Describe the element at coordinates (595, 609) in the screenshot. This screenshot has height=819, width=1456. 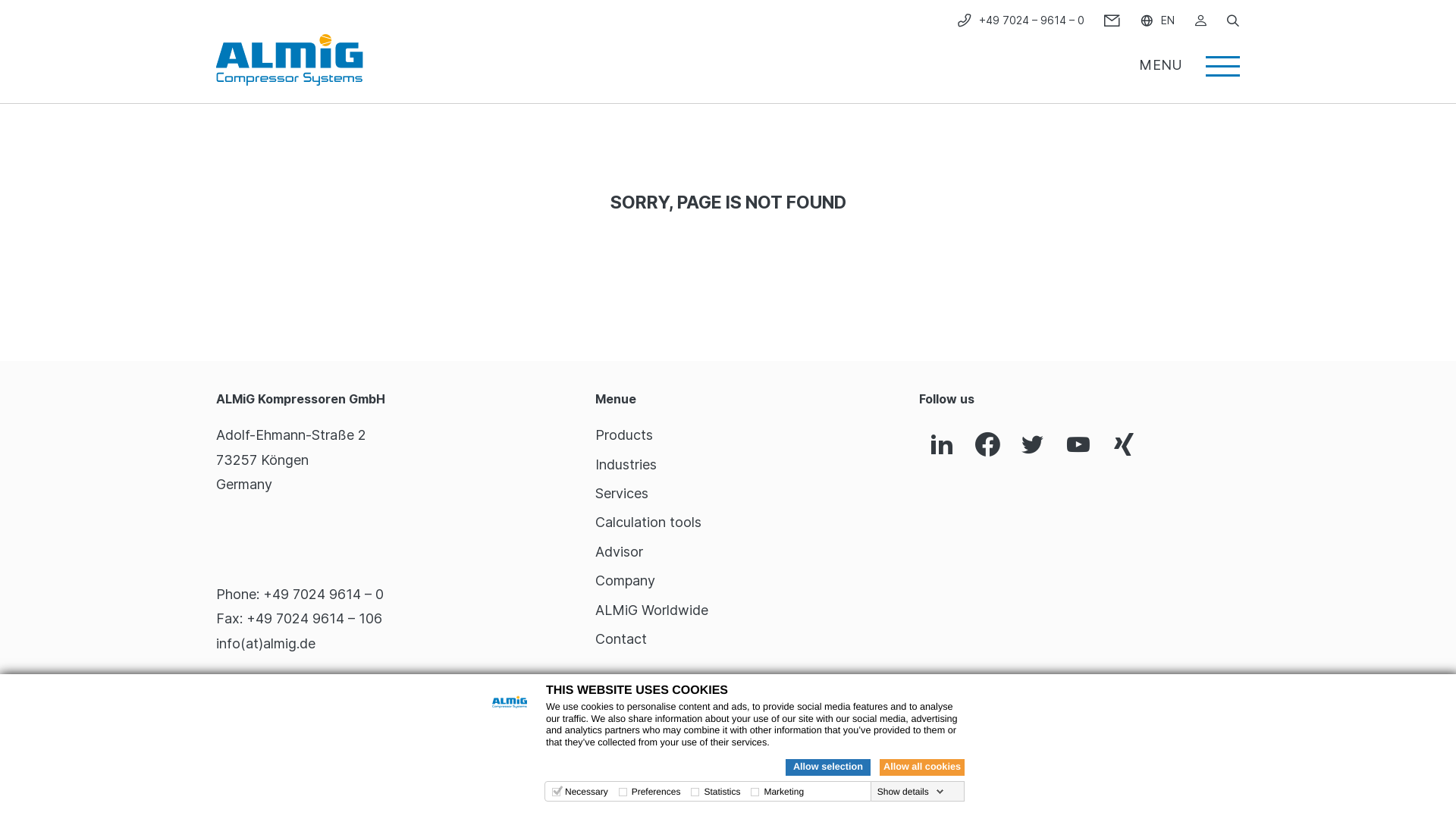
I see `'ALMiG Worldwide'` at that location.